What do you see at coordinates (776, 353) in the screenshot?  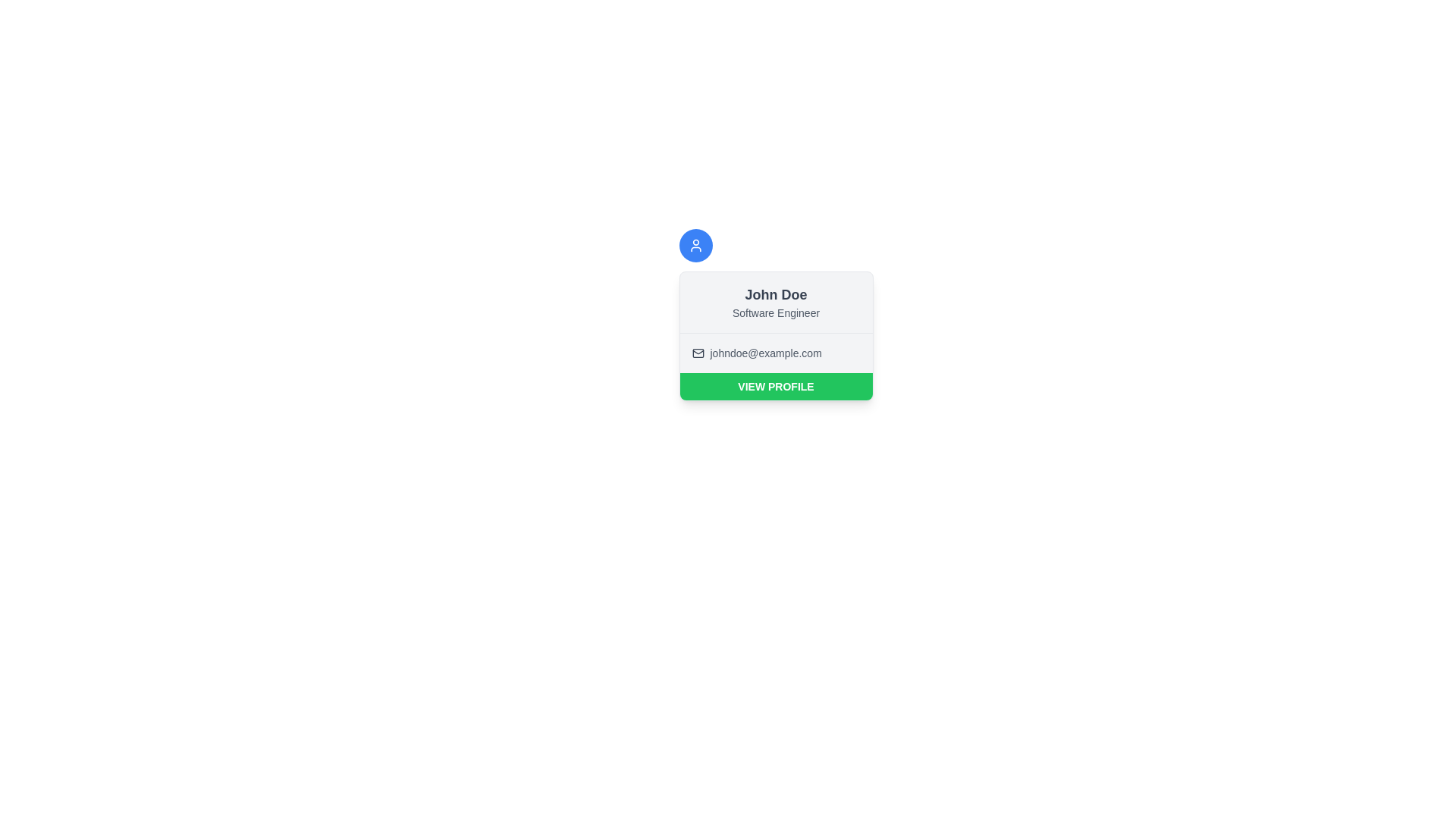 I see `the text display showing 'Email: johndoe@example.com'` at bounding box center [776, 353].